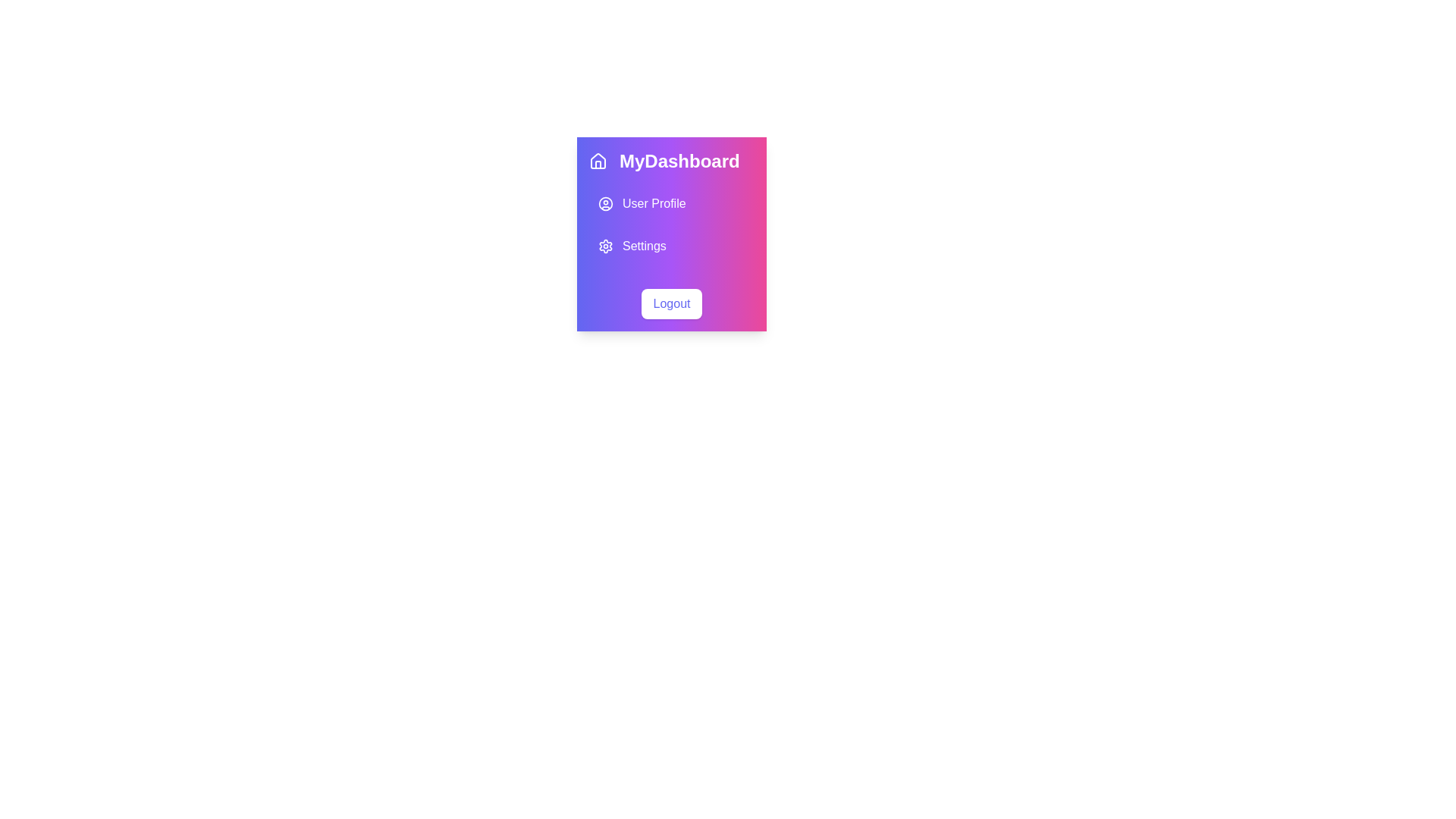 Image resolution: width=1456 pixels, height=819 pixels. I want to click on the 'Logout' button, which is a rectangular button with a white background and blue text, located at the bottom of the menu under 'MyDashboard', so click(671, 304).